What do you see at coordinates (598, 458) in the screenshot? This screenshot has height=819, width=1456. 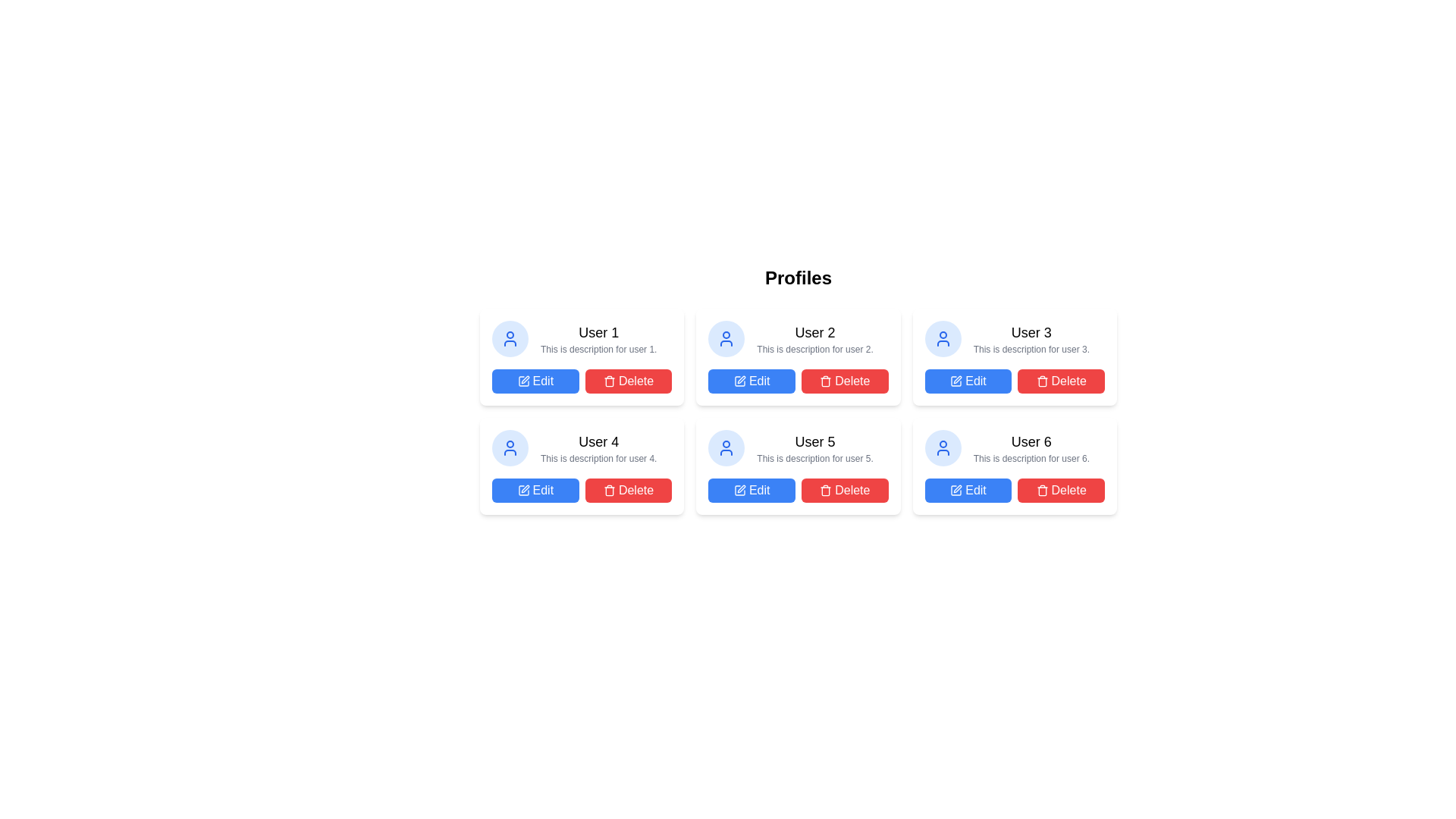 I see `the static text label displaying 'This is description for user 4.' located below the username 'User 4' within the profile card` at bounding box center [598, 458].